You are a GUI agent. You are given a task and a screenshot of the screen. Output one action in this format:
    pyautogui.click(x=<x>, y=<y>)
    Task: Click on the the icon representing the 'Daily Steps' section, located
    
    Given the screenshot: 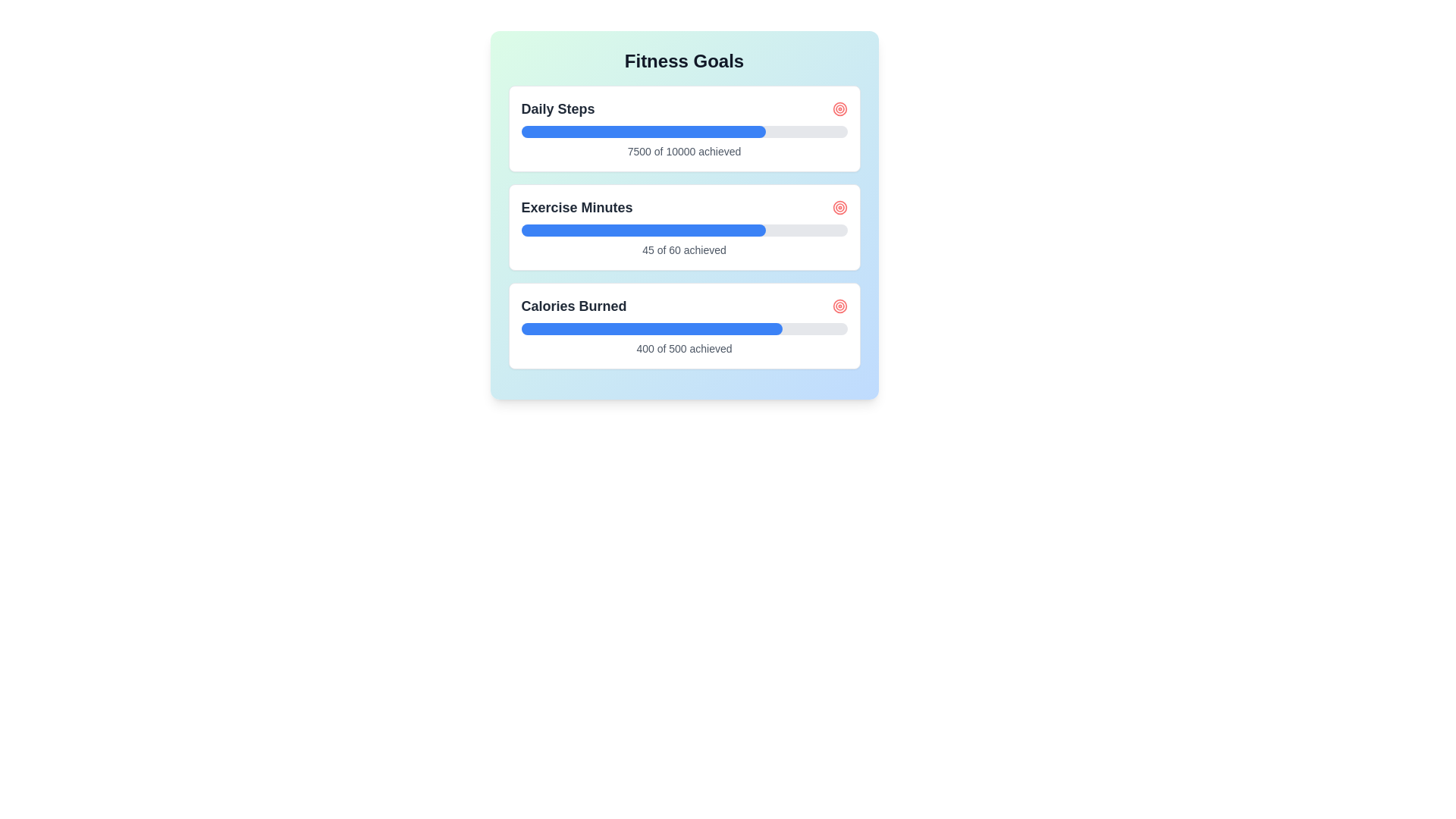 What is the action you would take?
    pyautogui.click(x=839, y=108)
    